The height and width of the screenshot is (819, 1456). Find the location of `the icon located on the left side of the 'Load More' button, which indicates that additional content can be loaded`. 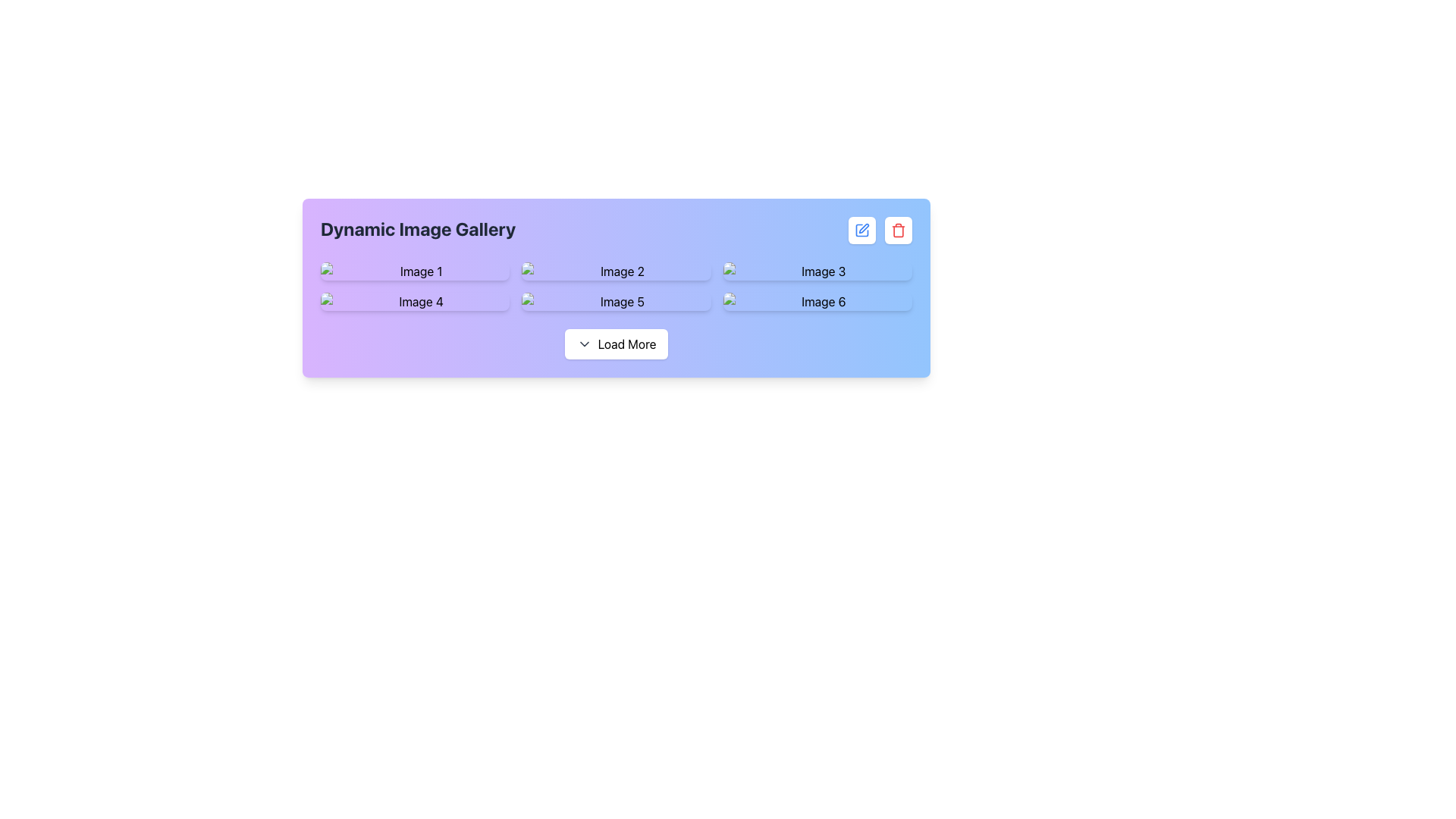

the icon located on the left side of the 'Load More' button, which indicates that additional content can be loaded is located at coordinates (583, 344).